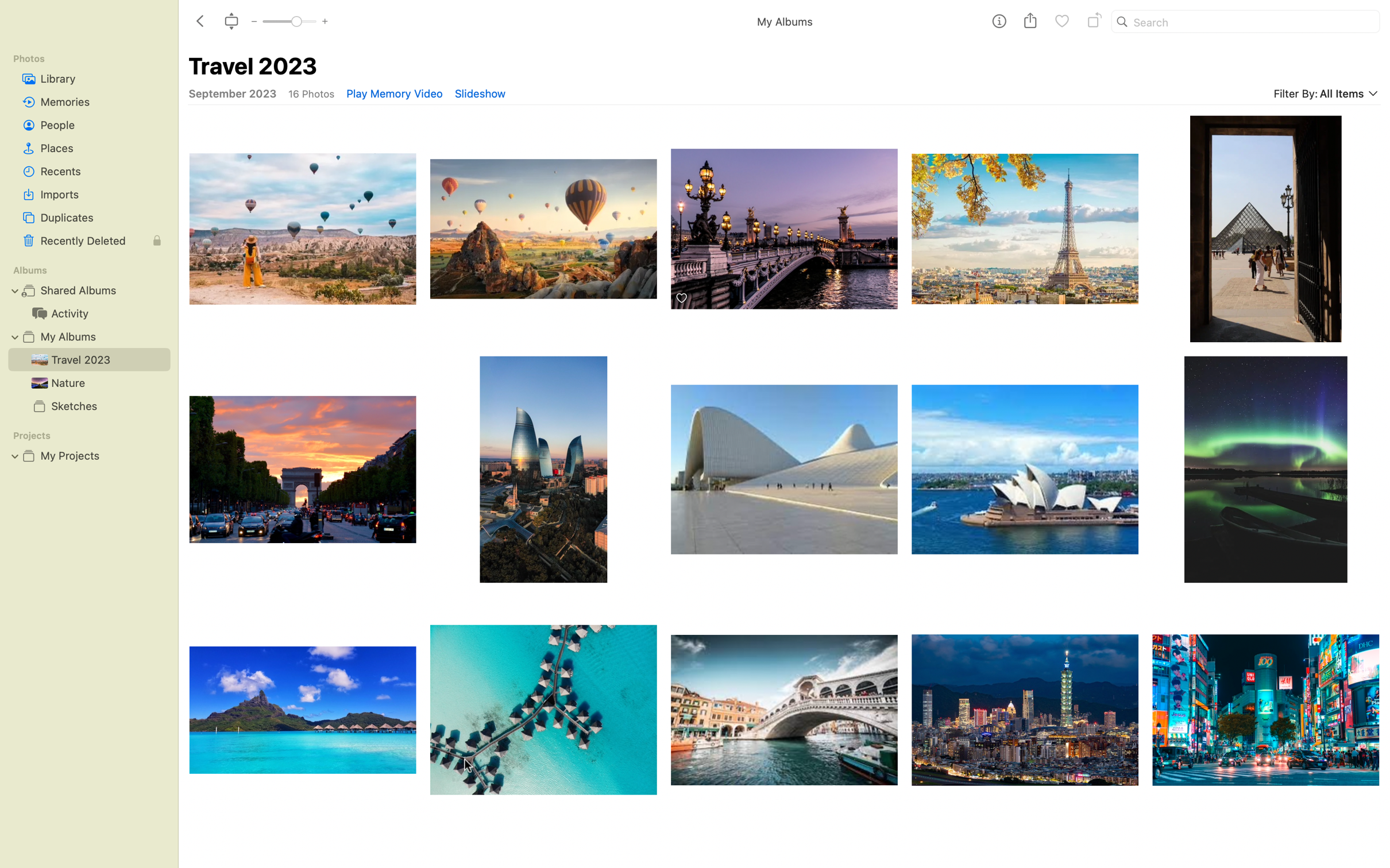  I want to click on the picture of Louvre, so click(1265, 226).